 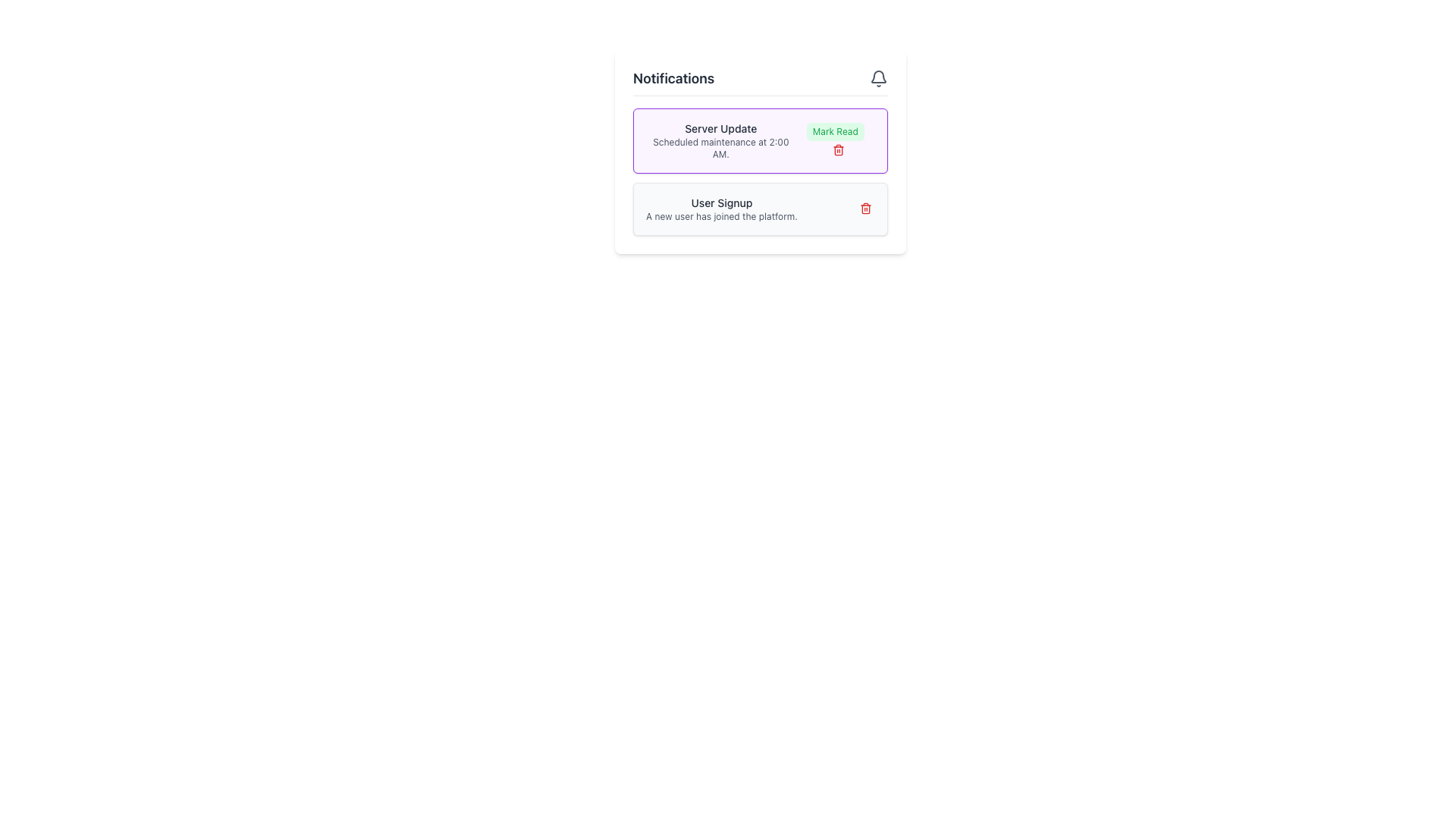 What do you see at coordinates (720, 149) in the screenshot?
I see `the text snippet that reads 'Scheduled maintenance at 2:00 AM.' which is styled in light gray and located directly below the 'Server Update' title` at bounding box center [720, 149].